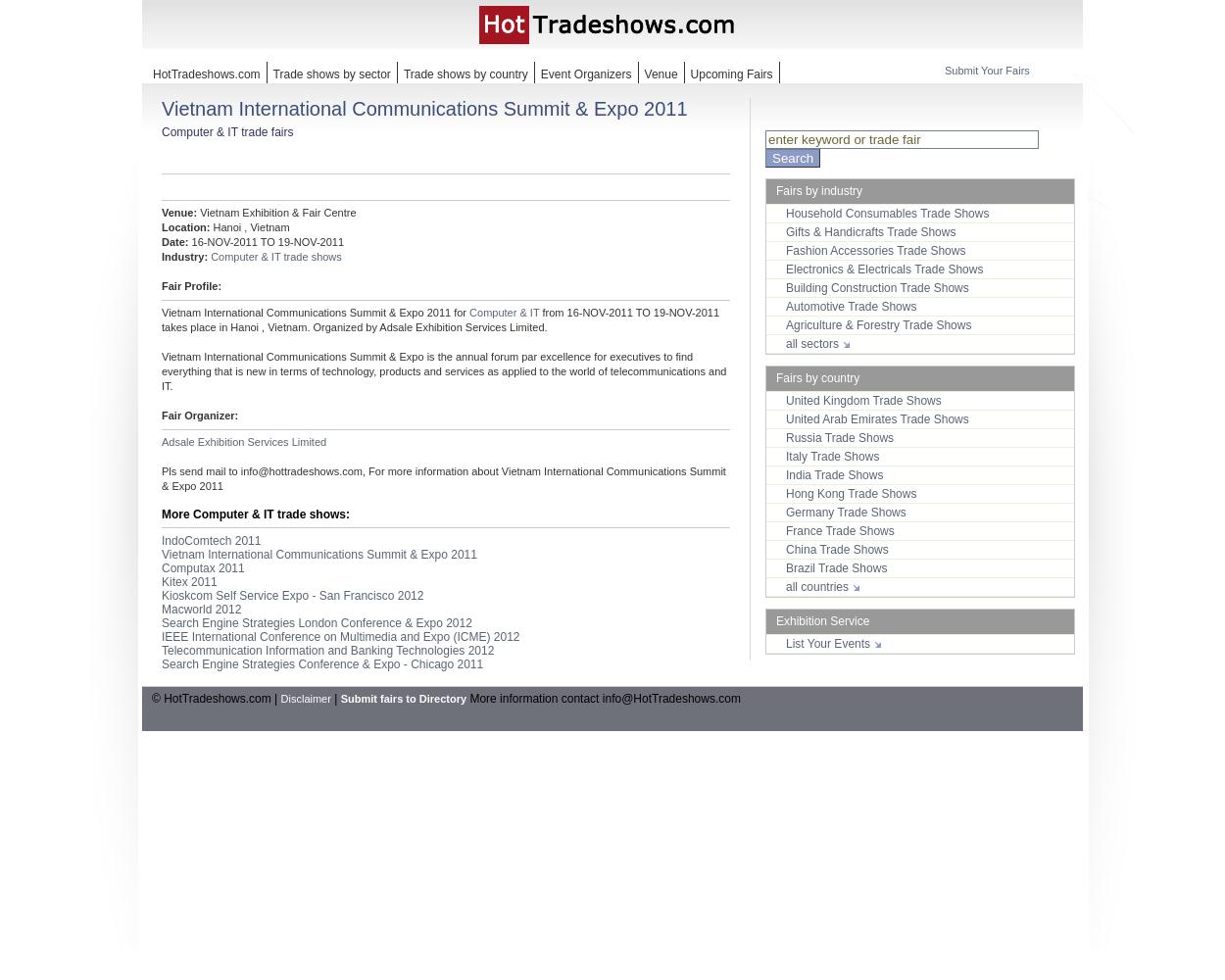 This screenshot has width=1225, height=980. What do you see at coordinates (199, 416) in the screenshot?
I see `'Fair Organizer:'` at bounding box center [199, 416].